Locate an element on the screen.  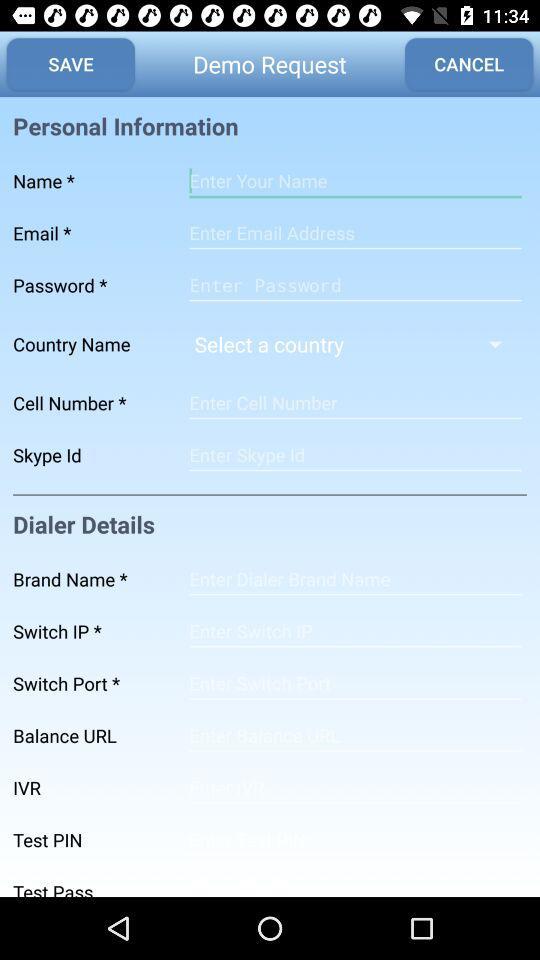
text input is located at coordinates (354, 233).